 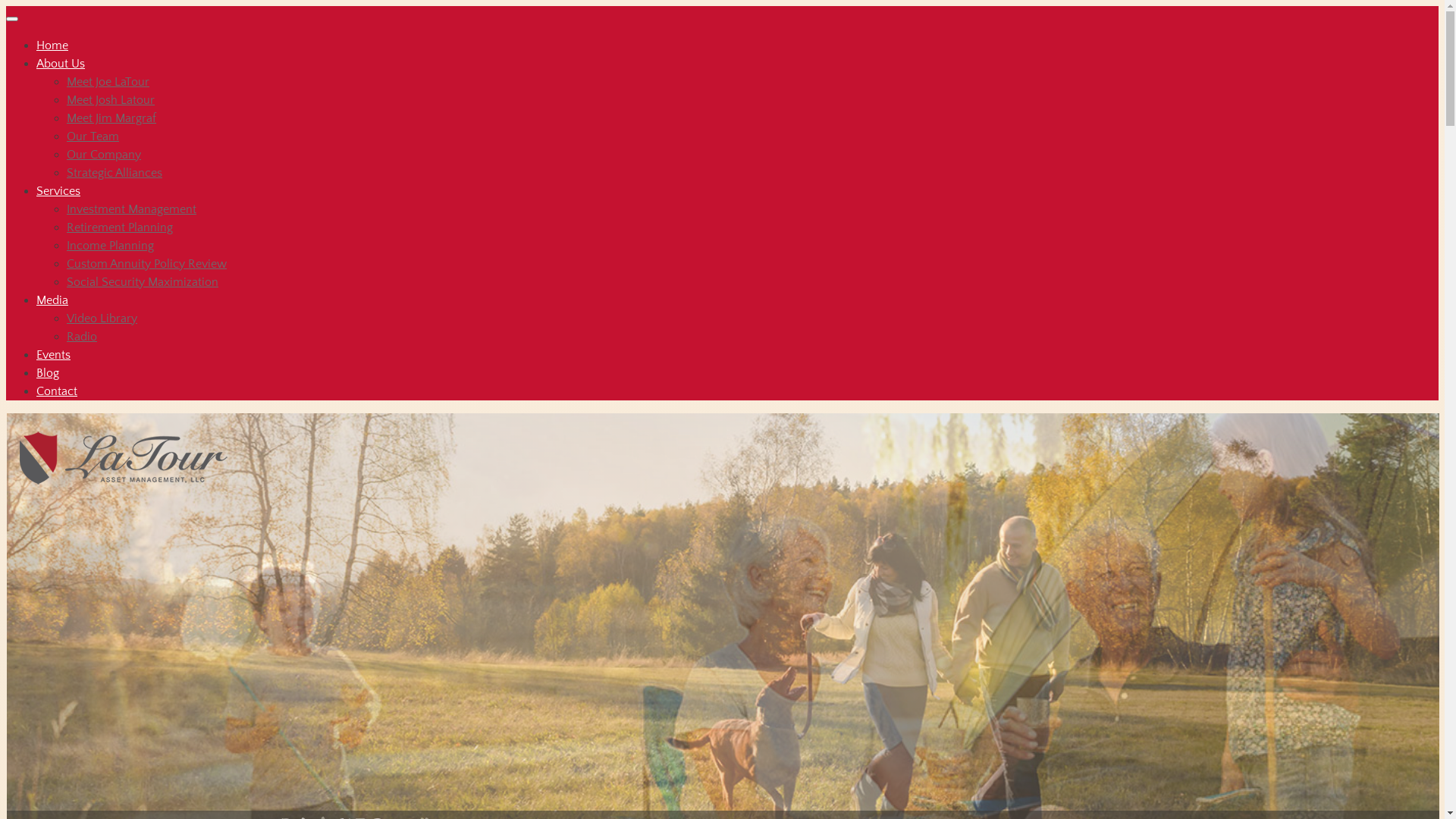 What do you see at coordinates (113, 171) in the screenshot?
I see `'Strategic Alliances'` at bounding box center [113, 171].